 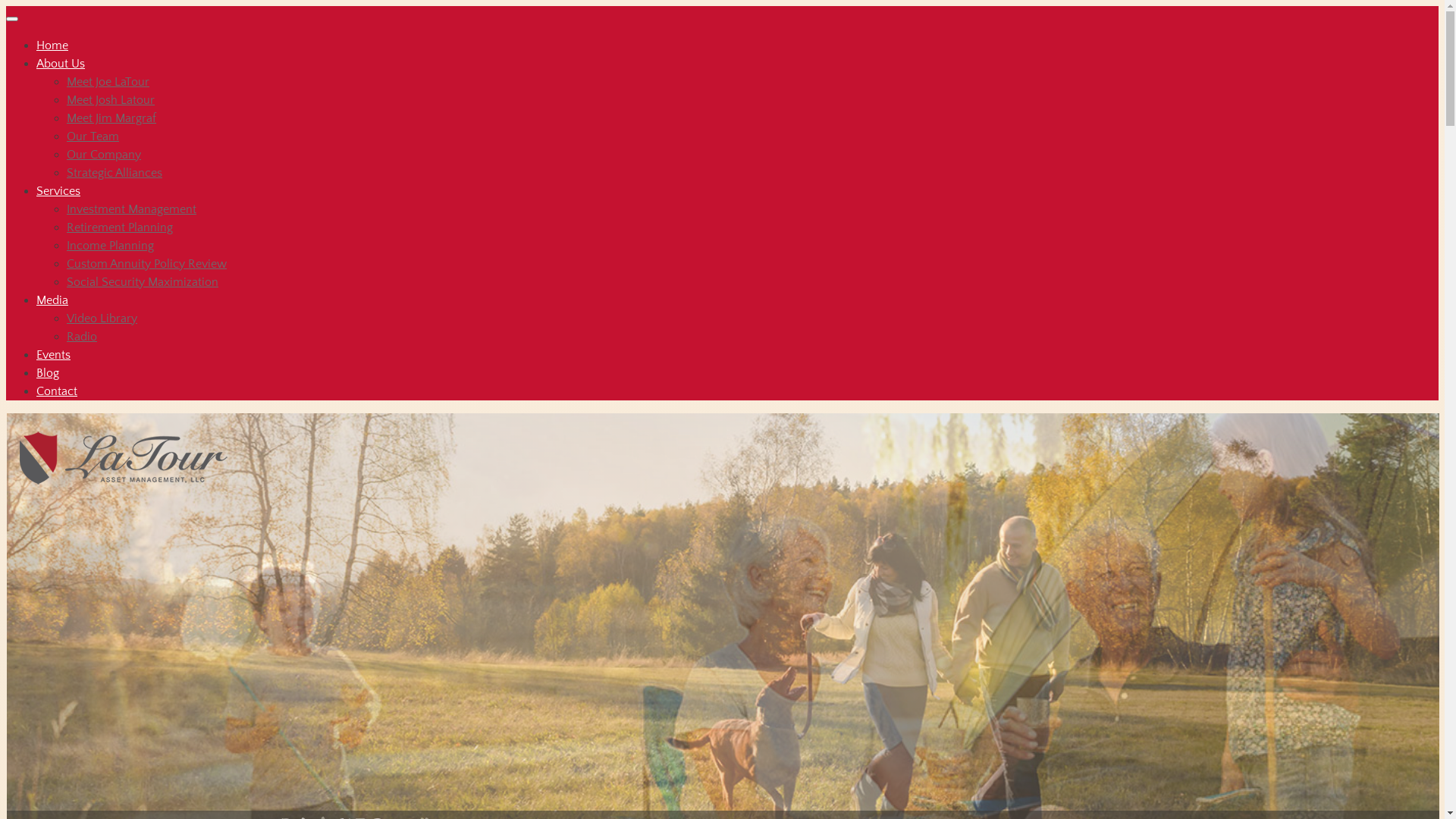 What do you see at coordinates (113, 171) in the screenshot?
I see `'Strategic Alliances'` at bounding box center [113, 171].